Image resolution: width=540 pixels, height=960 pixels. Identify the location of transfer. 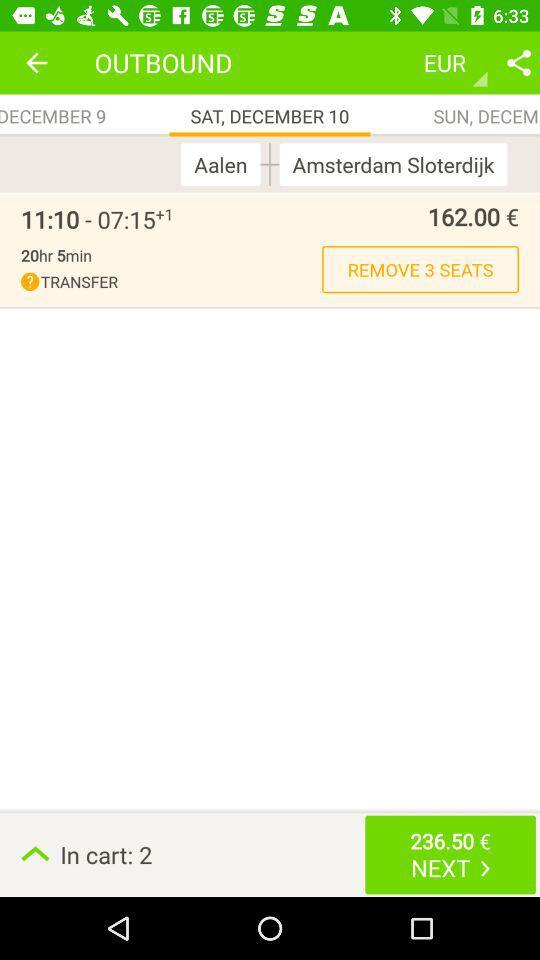
(171, 281).